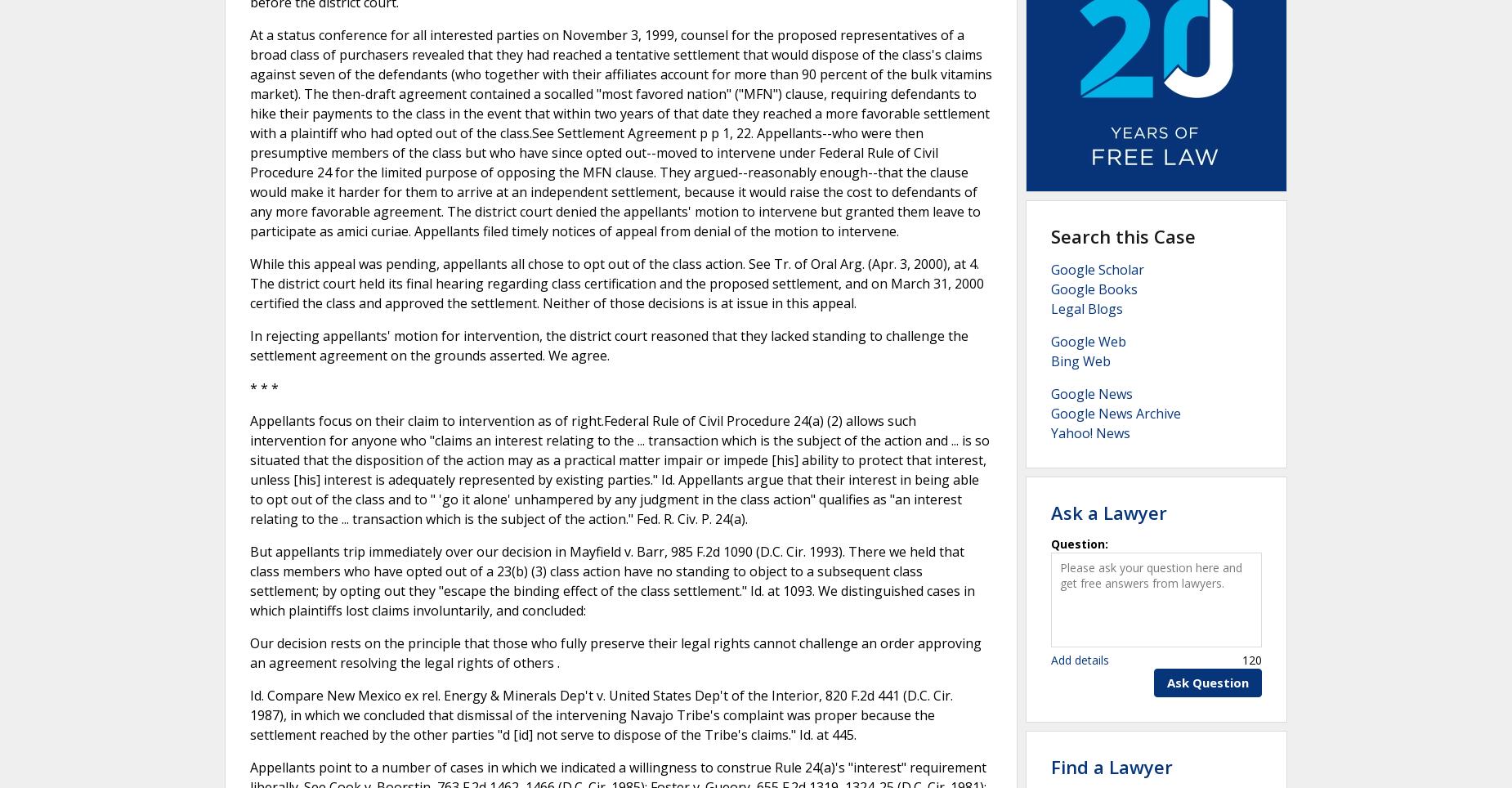 This screenshot has width=1512, height=788. What do you see at coordinates (248, 580) in the screenshot?
I see `'But appellants trip immediately over our decision in Mayfield v. Barr, 985 F.2d 1090 (D.C. Cir. 1993). There we held that class members who have opted out of a 23(b) (3) class action have no standing to object to a subsequent class settlement; by opting out they "escape the binding effect of the class settlement." Id. at 1093. We distinguished cases in which plaintiffs lost claims involuntarily, and concluded:'` at bounding box center [248, 580].